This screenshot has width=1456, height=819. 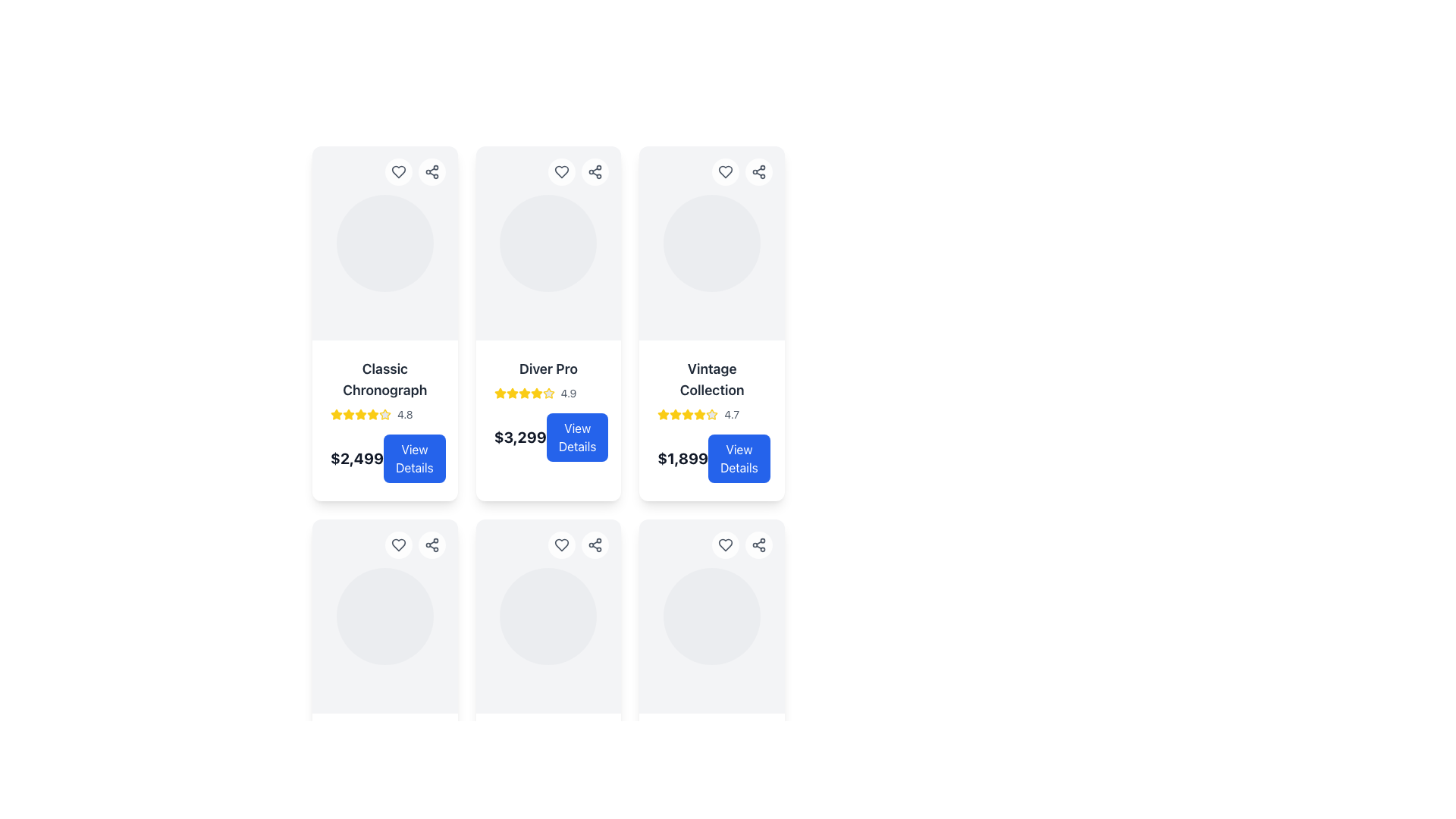 I want to click on the 5th star icon with a yellow outline and gray fill, which indicates the rating for 'Classic Chronograph' in the leftmost product card, so click(x=385, y=415).